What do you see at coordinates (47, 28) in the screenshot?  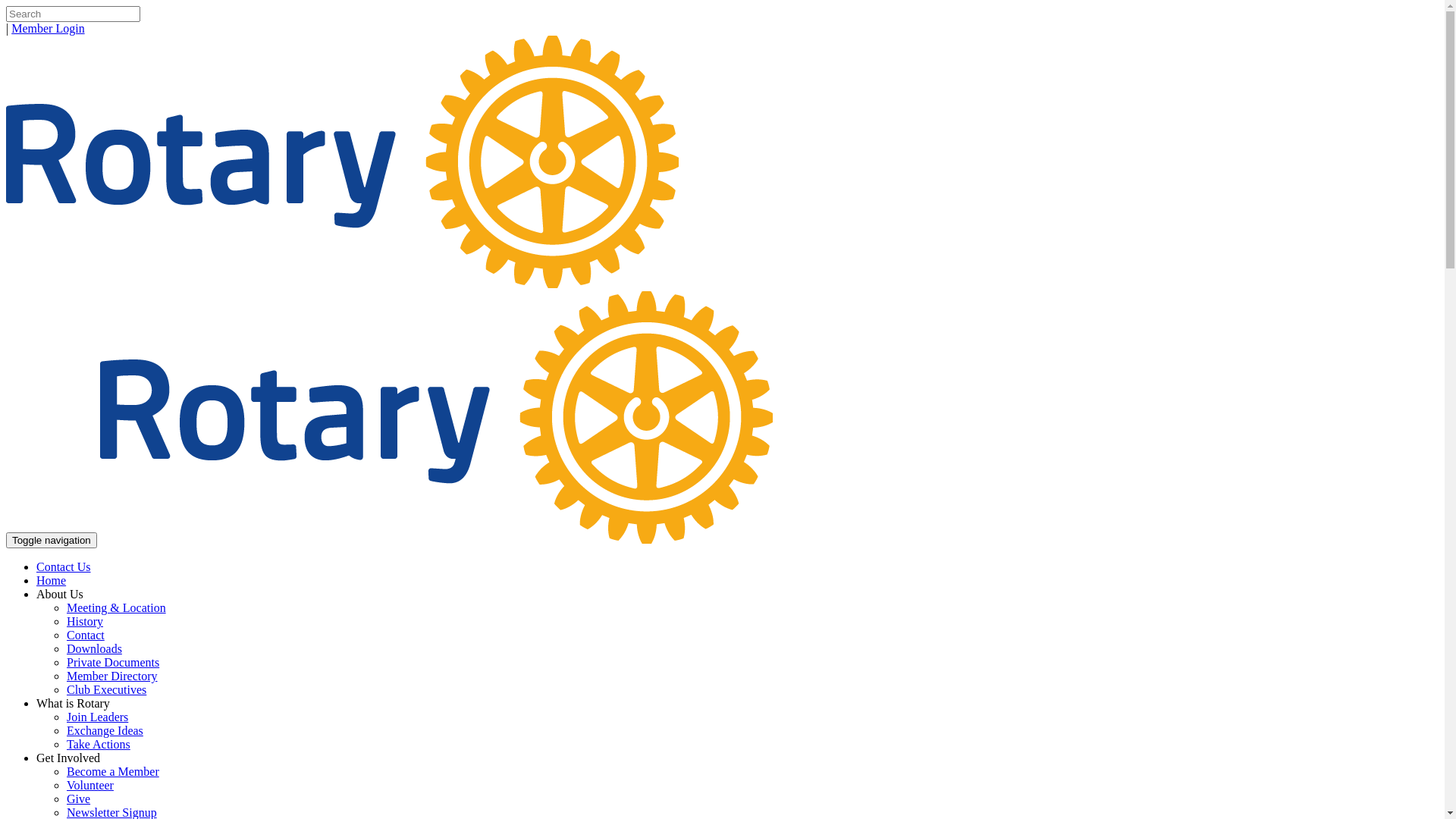 I see `'Member Login'` at bounding box center [47, 28].